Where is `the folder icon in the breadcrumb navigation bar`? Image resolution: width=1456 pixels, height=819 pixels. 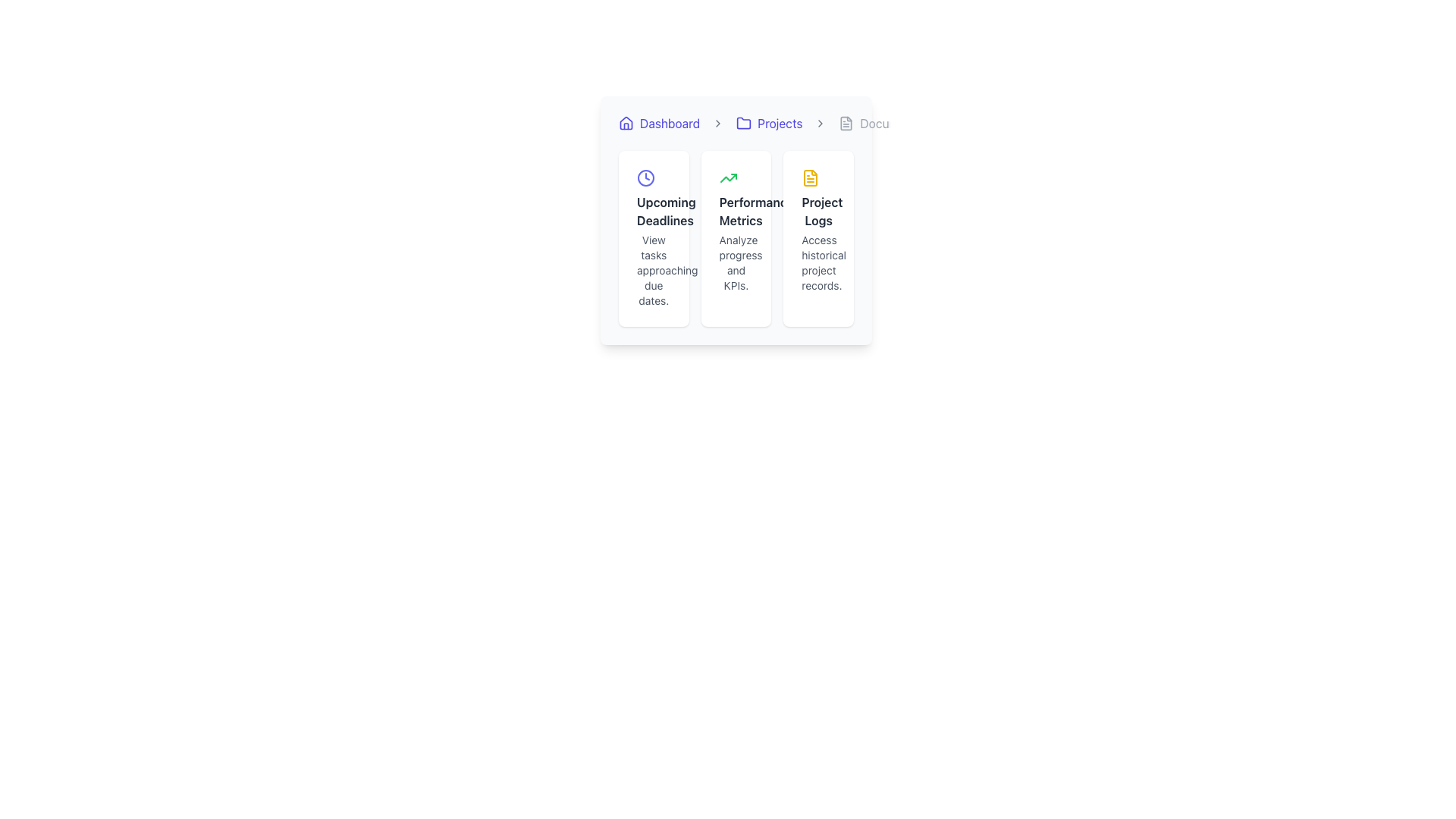
the folder icon in the breadcrumb navigation bar is located at coordinates (744, 122).